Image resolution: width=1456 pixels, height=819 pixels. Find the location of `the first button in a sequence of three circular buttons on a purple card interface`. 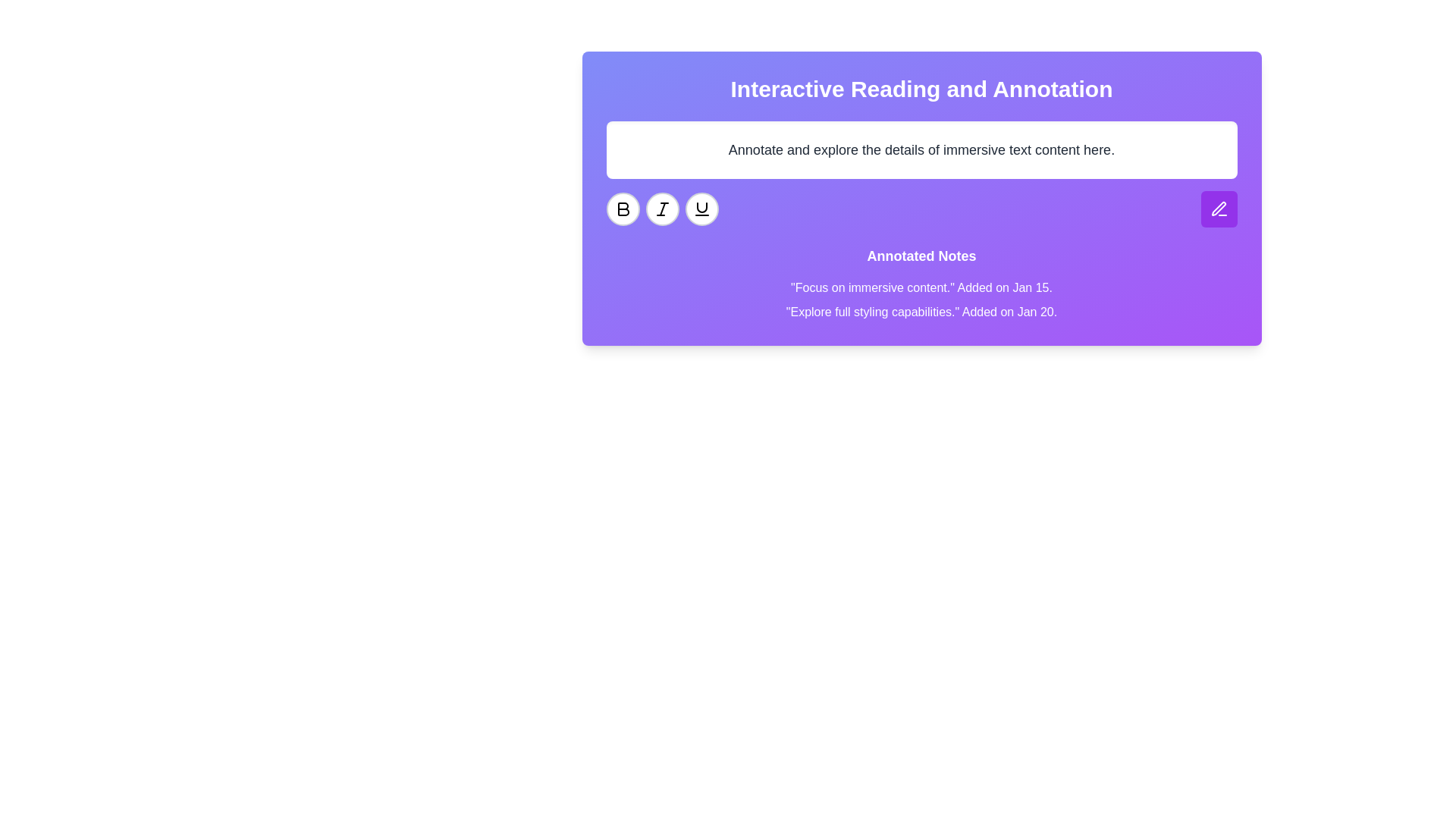

the first button in a sequence of three circular buttons on a purple card interface is located at coordinates (623, 209).